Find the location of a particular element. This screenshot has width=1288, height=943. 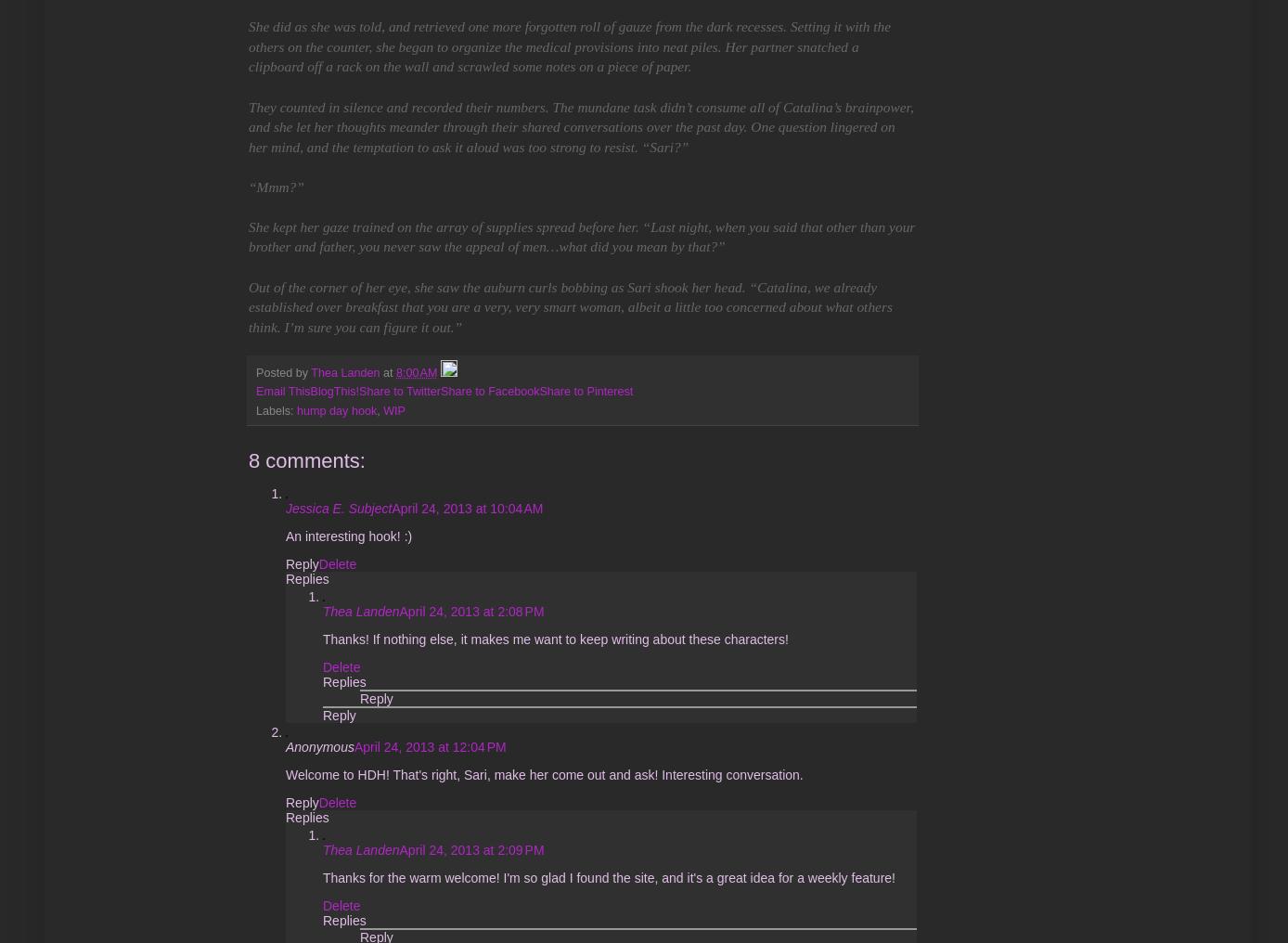

'BlogThis!' is located at coordinates (334, 391).